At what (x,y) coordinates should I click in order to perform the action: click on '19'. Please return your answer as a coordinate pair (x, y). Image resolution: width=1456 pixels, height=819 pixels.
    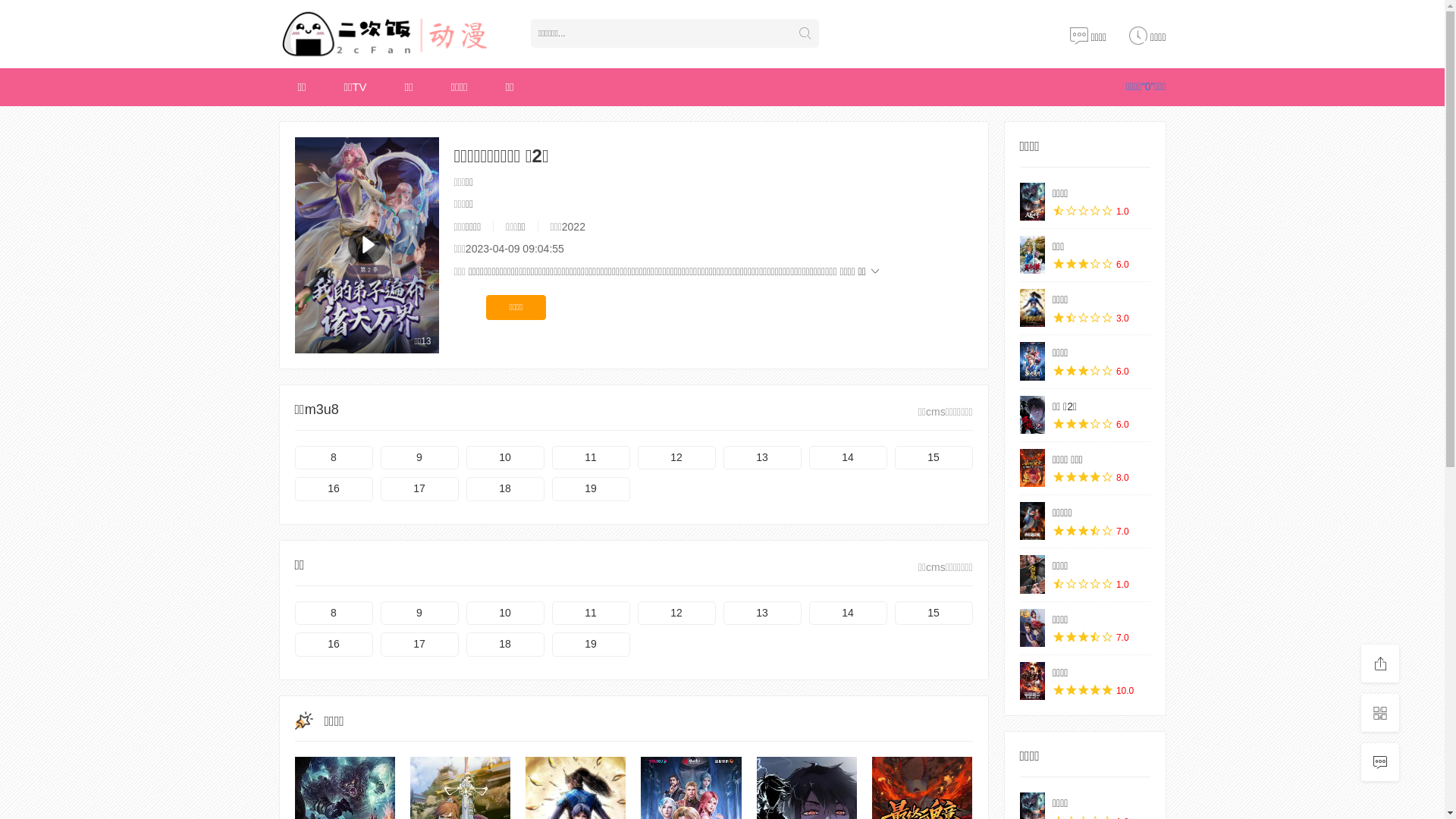
    Looking at the image, I should click on (551, 644).